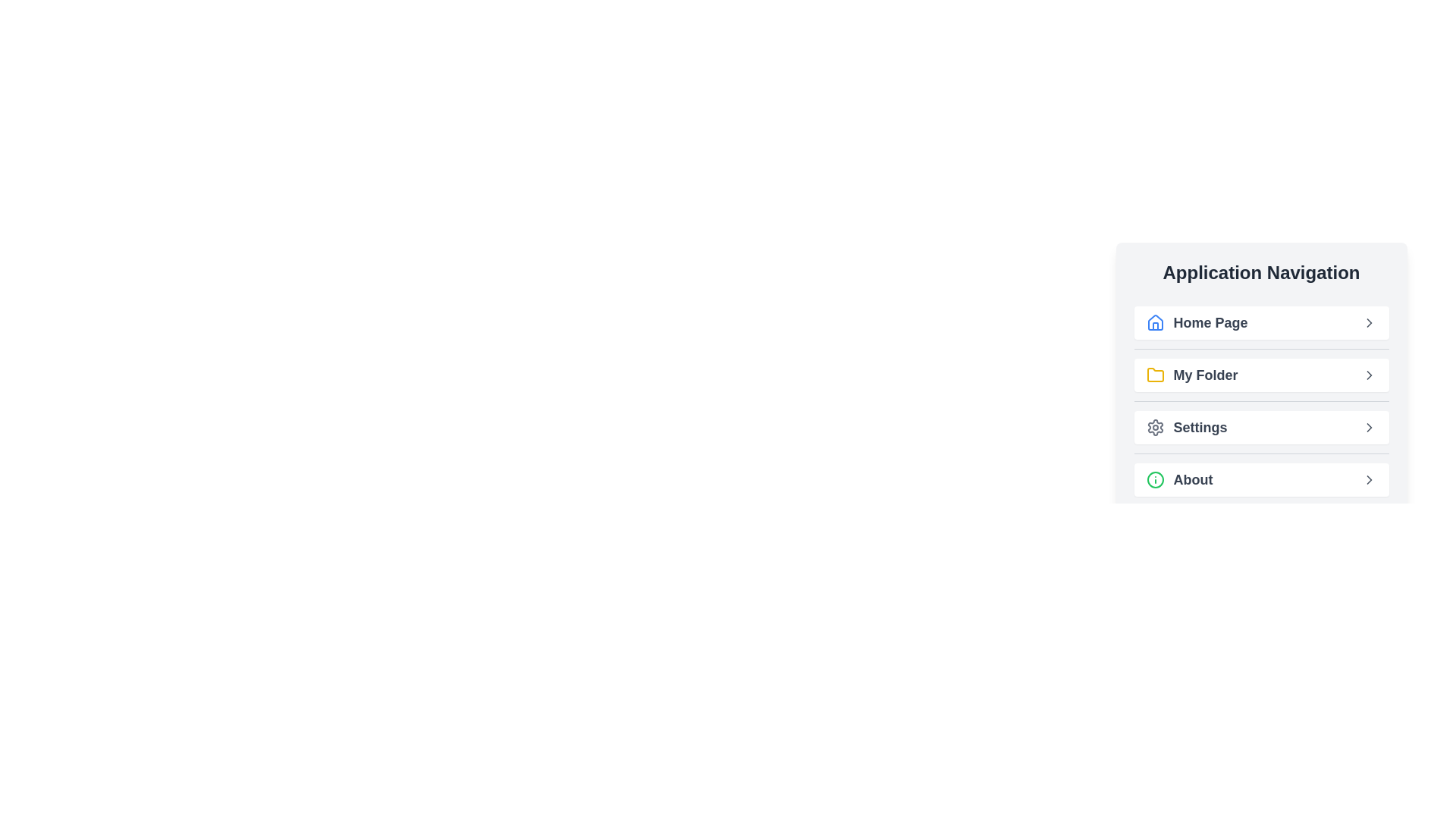 This screenshot has height=819, width=1456. Describe the element at coordinates (1369, 427) in the screenshot. I see `the chevron icon located at the top right corner of the 'Settings' navigation item` at that location.